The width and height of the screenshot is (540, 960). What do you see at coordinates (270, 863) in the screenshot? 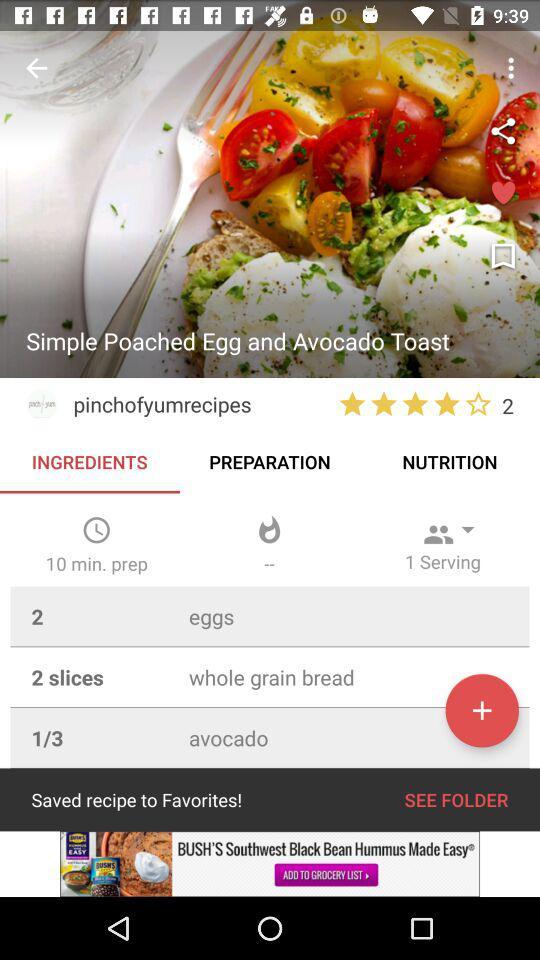
I see `open advertisement` at bounding box center [270, 863].